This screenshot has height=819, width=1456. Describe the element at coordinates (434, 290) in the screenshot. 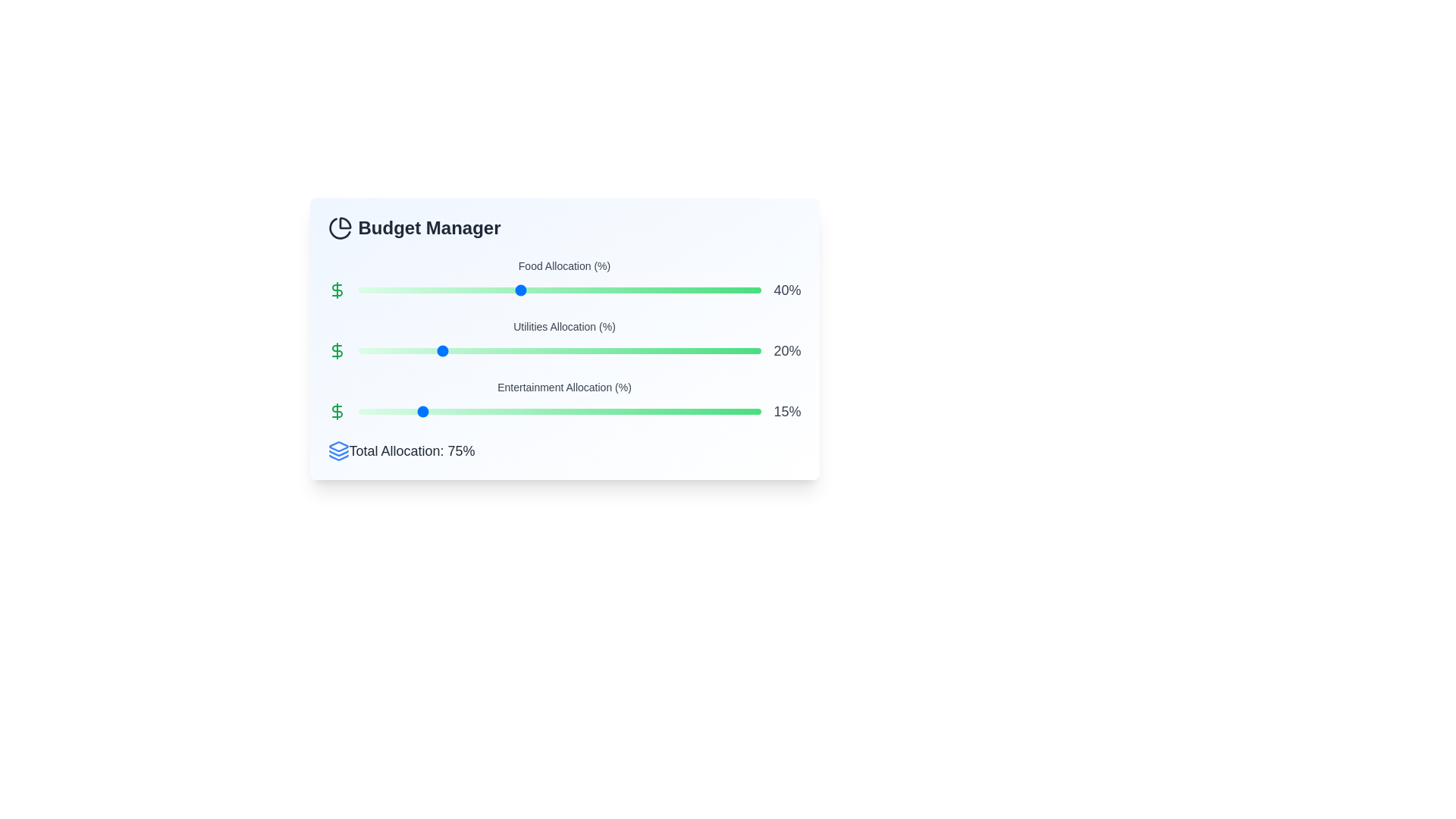

I see `the Food Allocation slider to 19%` at that location.